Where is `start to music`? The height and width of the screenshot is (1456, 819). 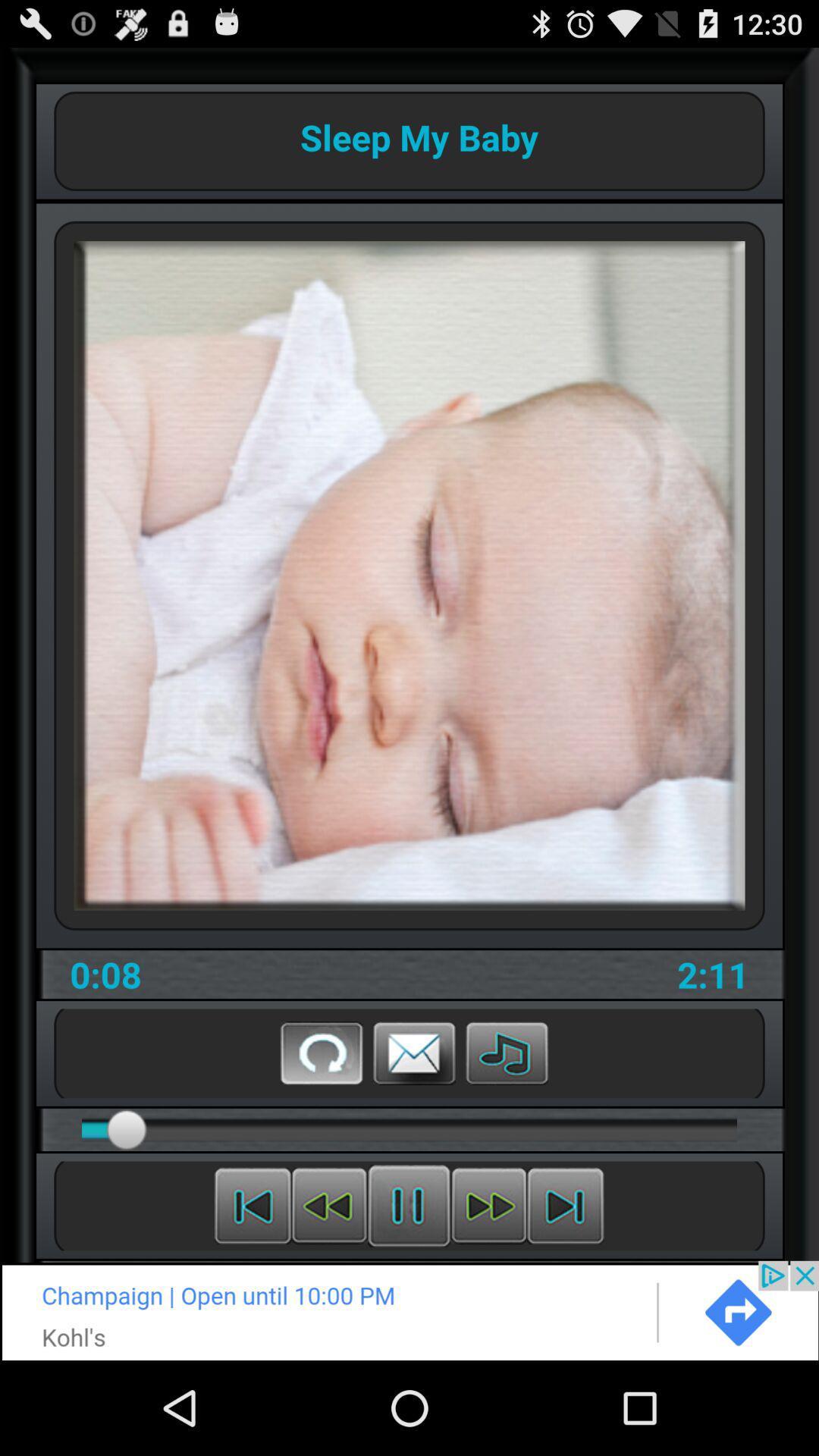 start to music is located at coordinates (507, 1052).